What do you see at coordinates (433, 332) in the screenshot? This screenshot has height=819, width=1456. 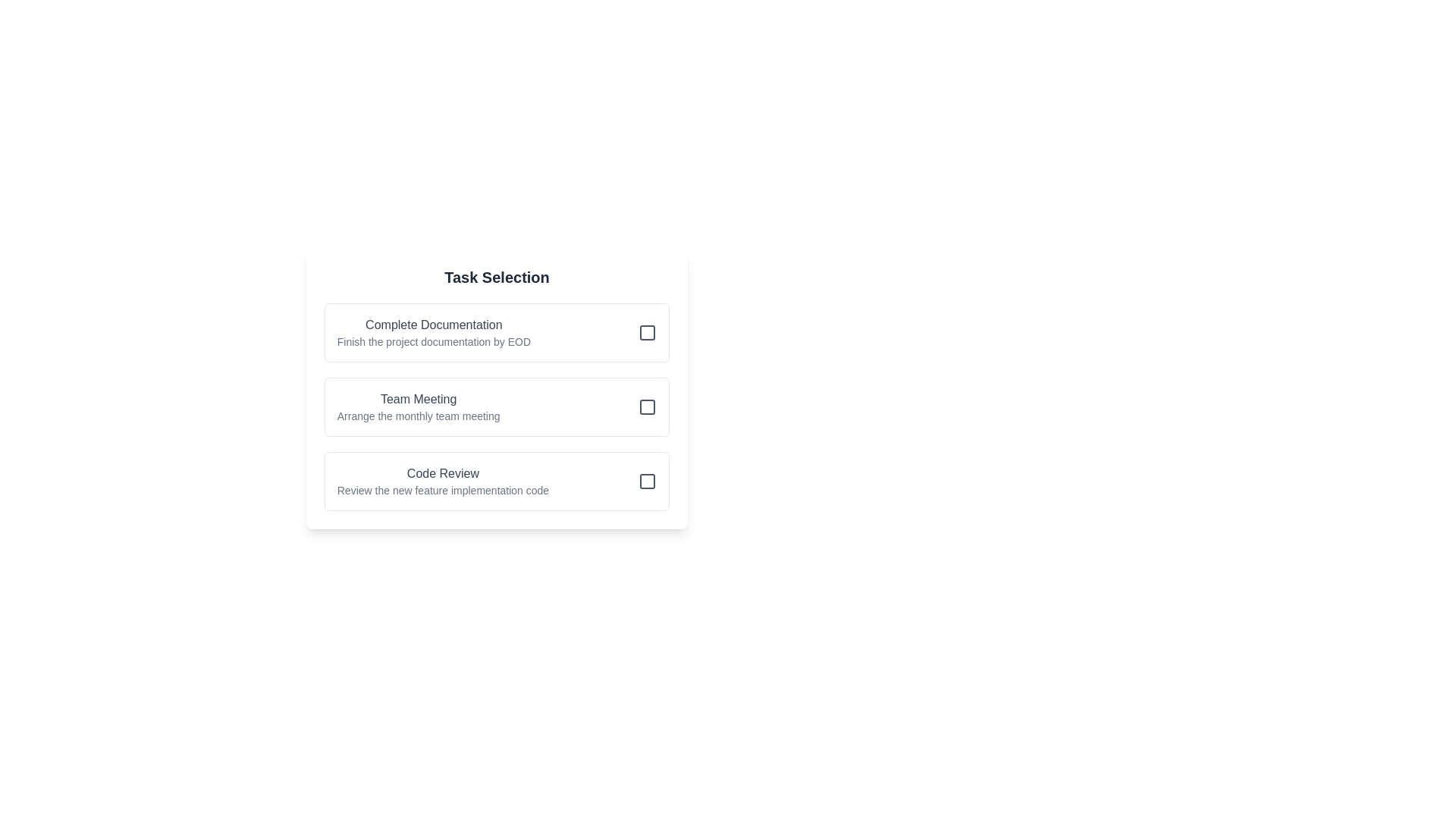 I see `the static text block that serves as the task title and description, positioned as the first item in a vertical list of tasks` at bounding box center [433, 332].